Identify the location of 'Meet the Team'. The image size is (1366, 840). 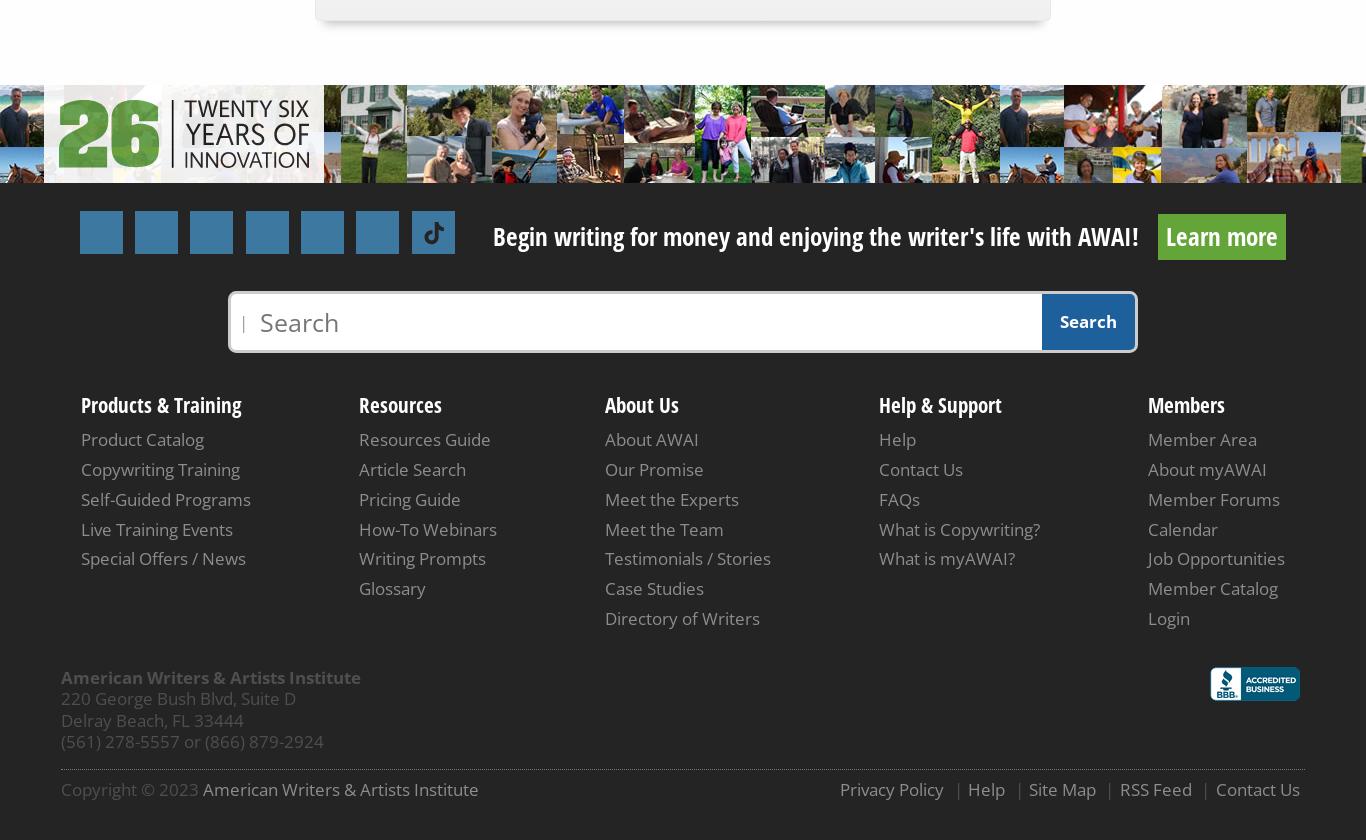
(663, 528).